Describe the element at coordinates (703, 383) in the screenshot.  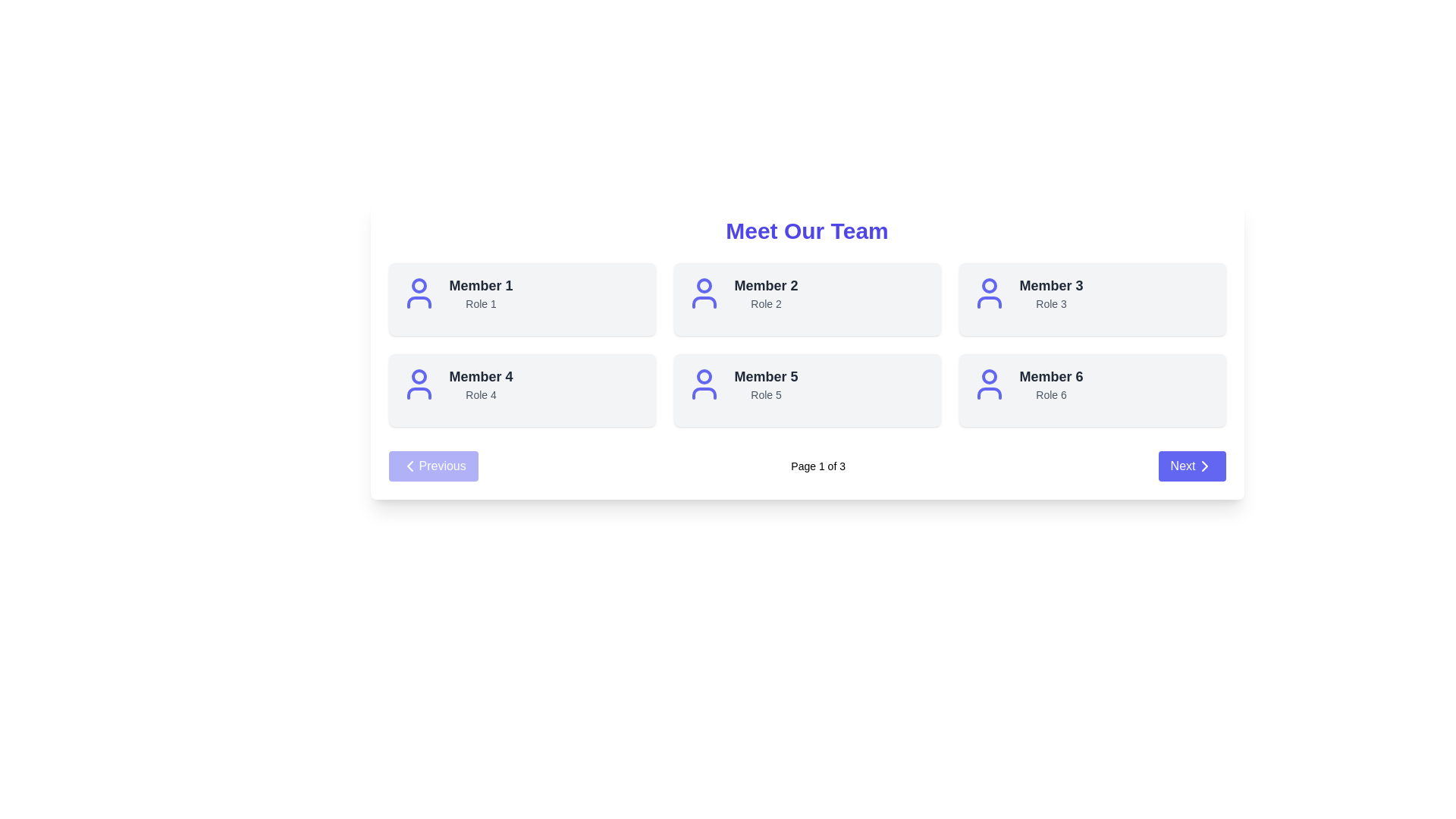
I see `the user avatar icon located in the upper left section of the fifth card displaying 'Member 5' and 'Role 5'` at that location.